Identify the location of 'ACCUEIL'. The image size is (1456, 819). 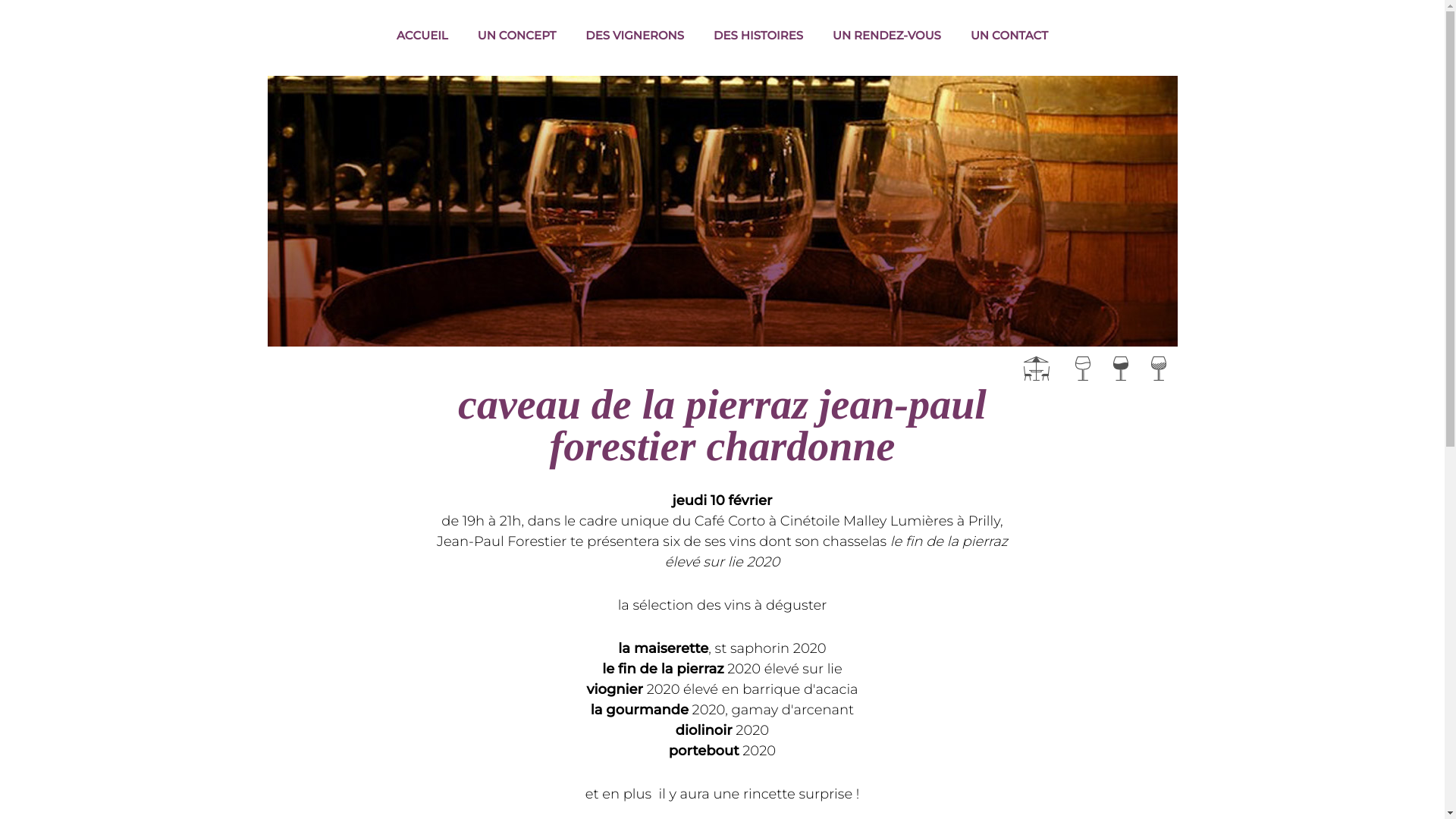
(422, 36).